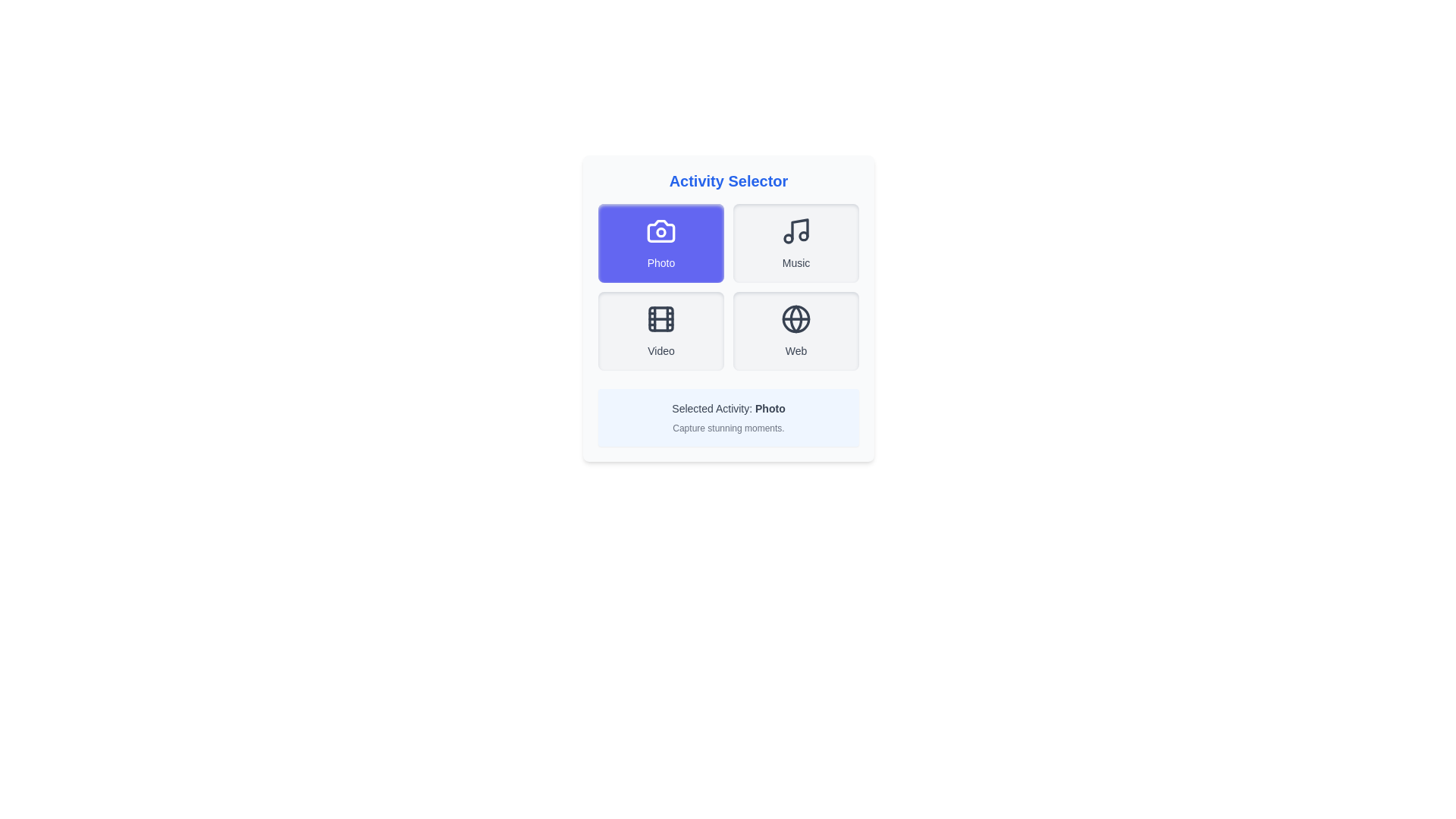 The image size is (1456, 819). I want to click on the text label located at the bottom center of the 'Photo' button, which indicates its functionality for initiating a photo-related activity, so click(661, 262).